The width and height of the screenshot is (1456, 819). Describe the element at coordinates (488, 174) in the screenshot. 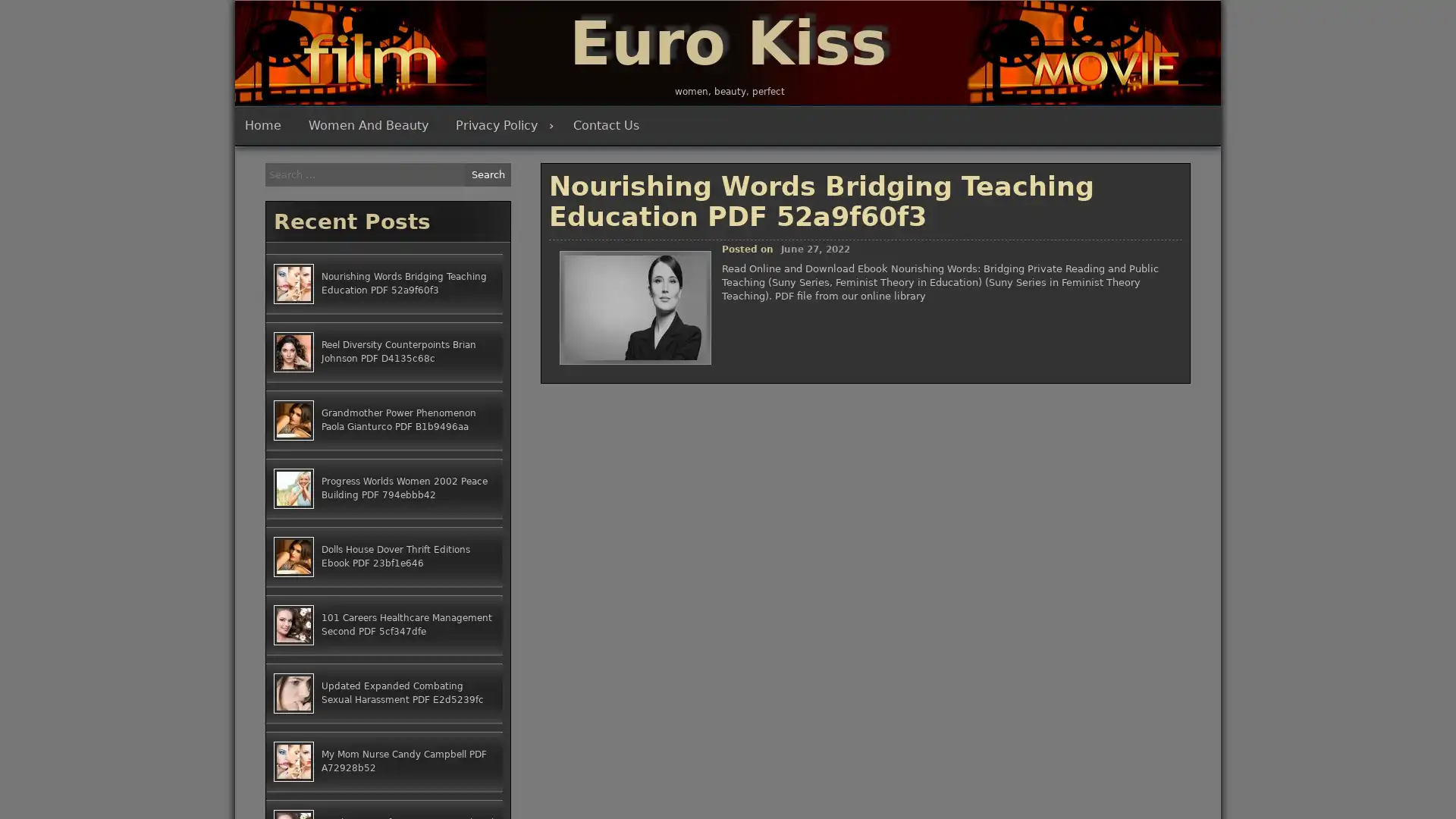

I see `Search` at that location.